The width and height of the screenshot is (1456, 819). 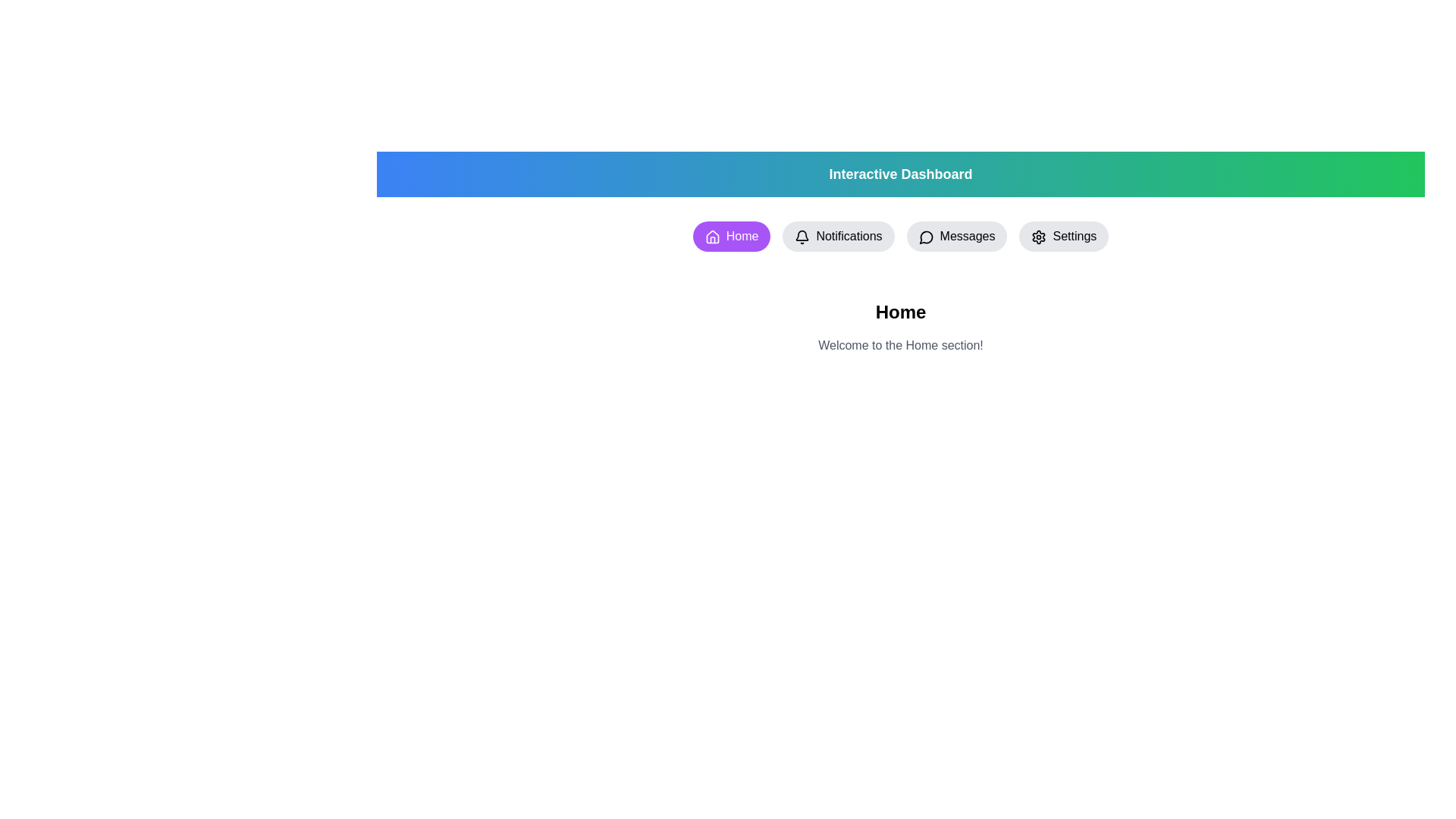 What do you see at coordinates (731, 237) in the screenshot?
I see `the tab labeled Home to view its content` at bounding box center [731, 237].